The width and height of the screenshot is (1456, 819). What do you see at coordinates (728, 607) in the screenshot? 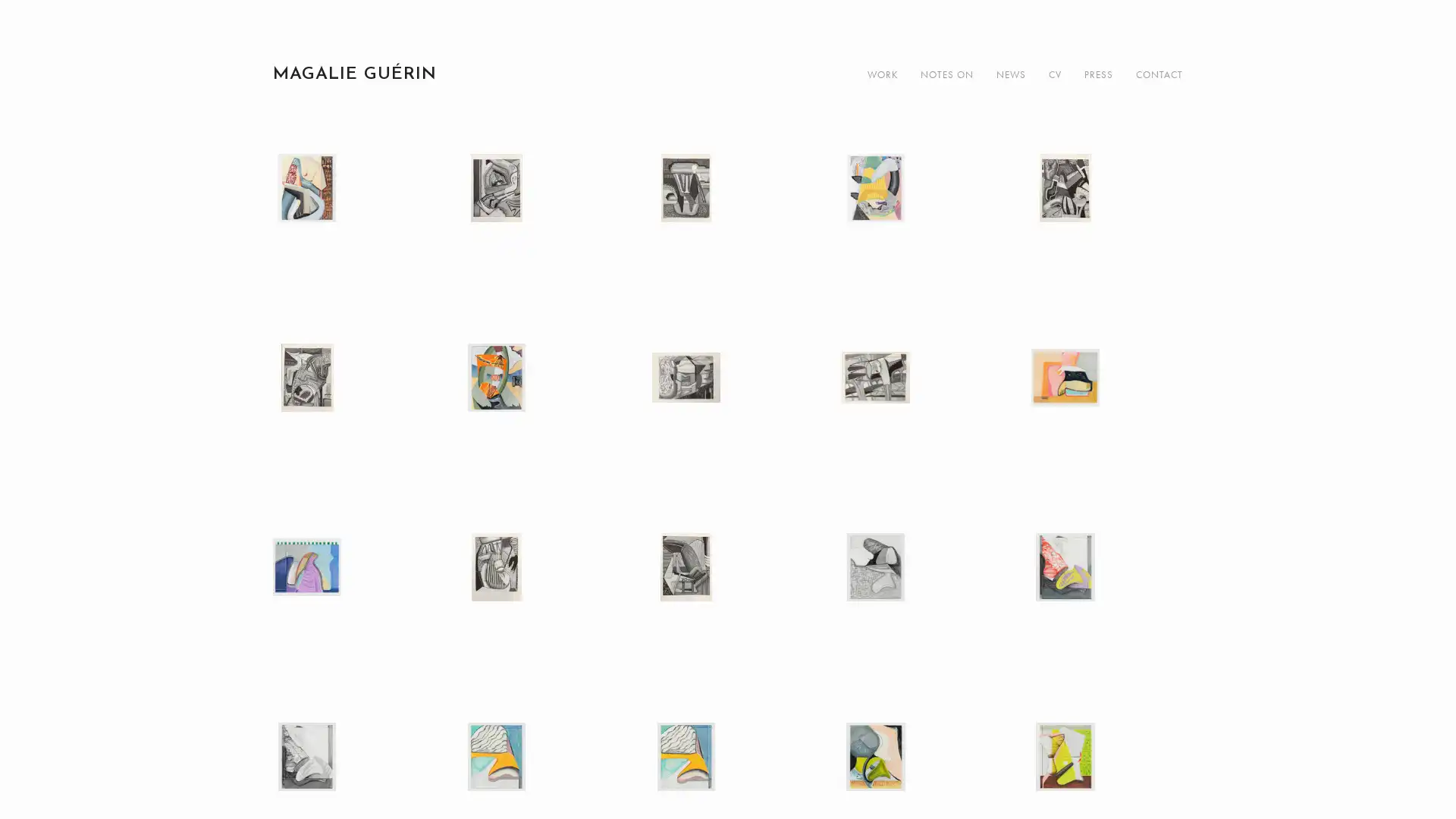
I see `View fullsize Small Copy Drawing 110, 2020` at bounding box center [728, 607].